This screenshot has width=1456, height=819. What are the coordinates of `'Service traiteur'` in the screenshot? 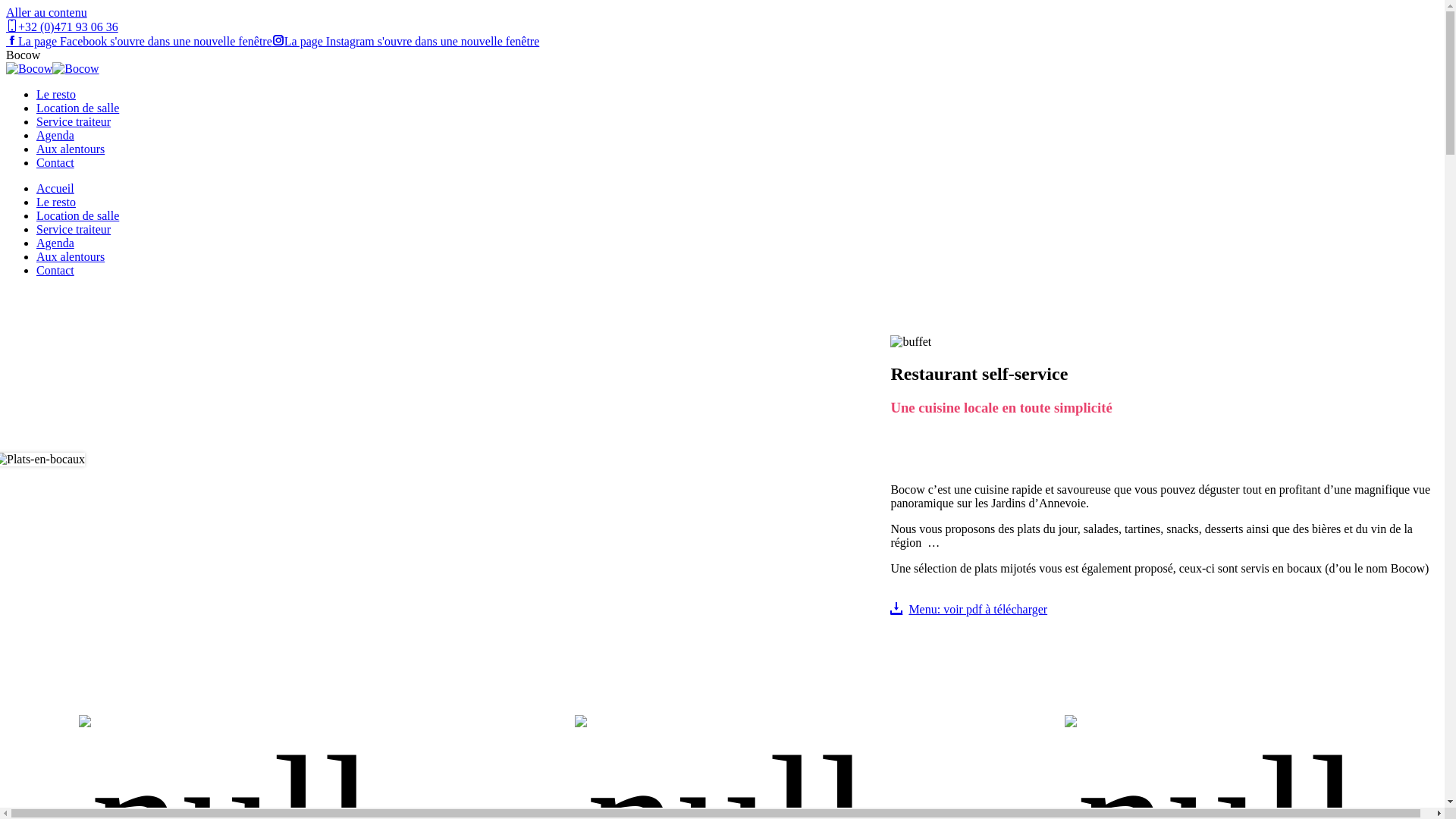 It's located at (72, 121).